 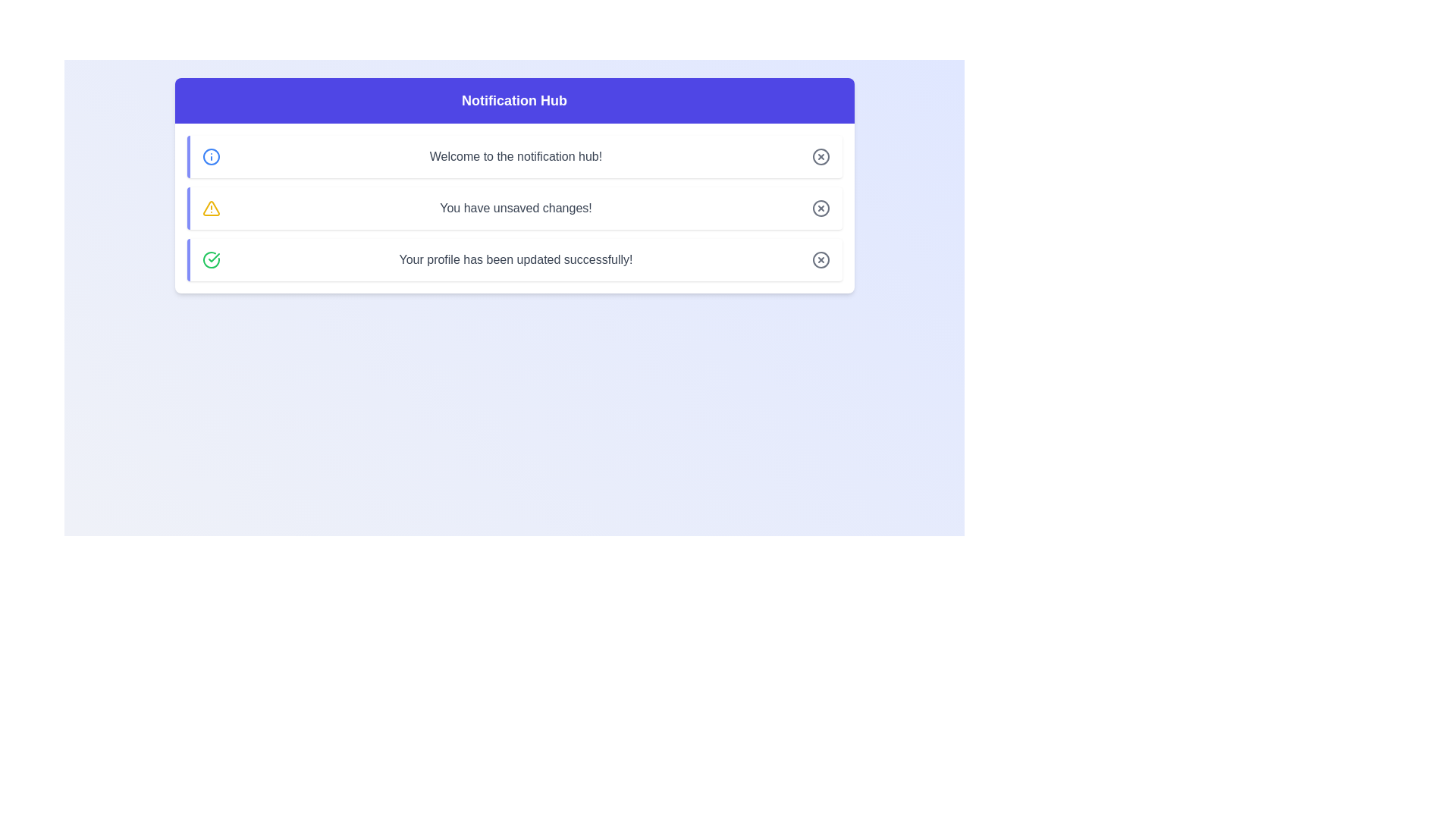 I want to click on message of the Text label within the notification component that informs the user their profile was updated, located in the third notification block, so click(x=516, y=259).